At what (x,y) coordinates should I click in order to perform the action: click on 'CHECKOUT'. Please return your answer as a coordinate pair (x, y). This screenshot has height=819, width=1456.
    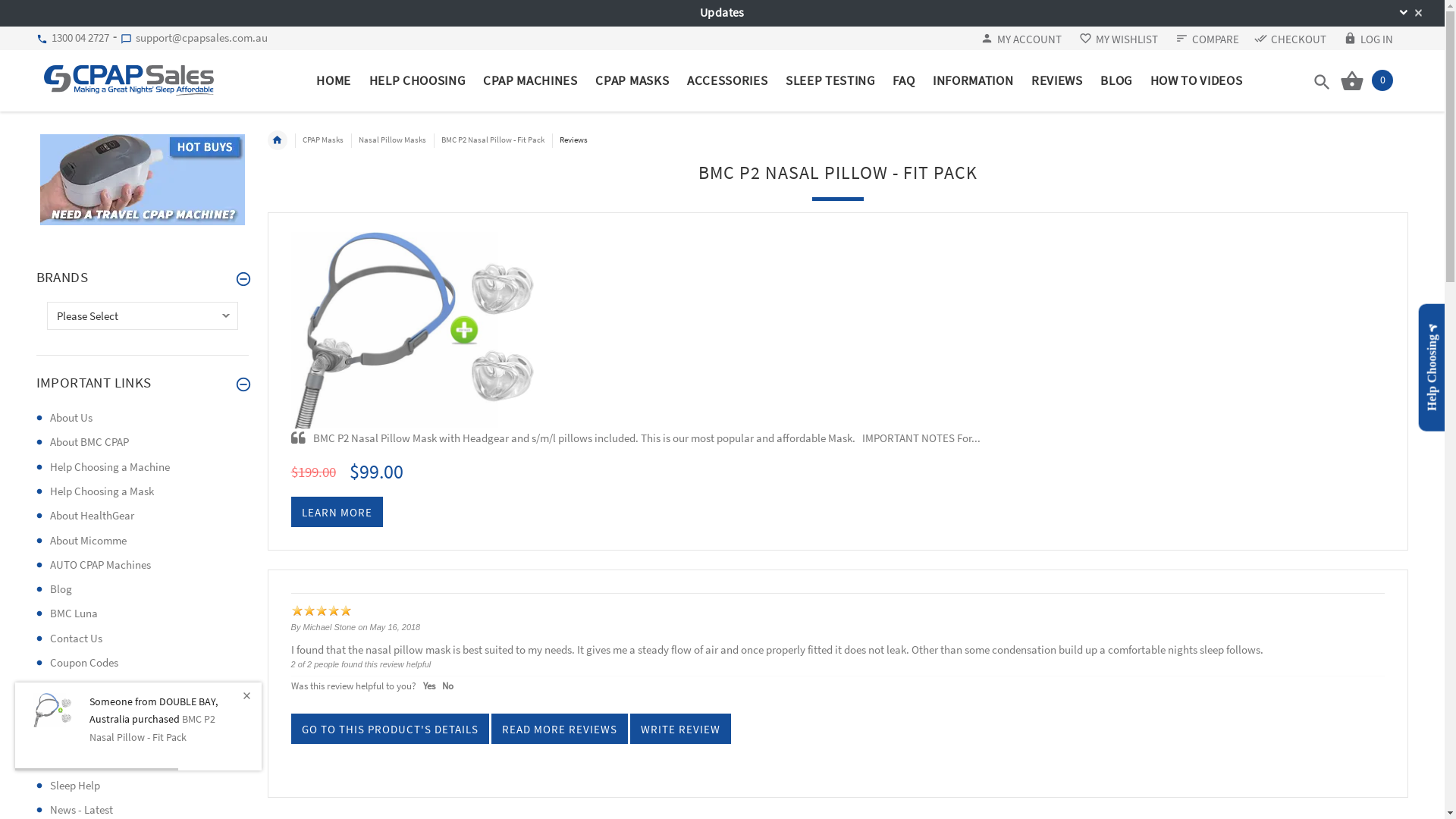
    Looking at the image, I should click on (1254, 38).